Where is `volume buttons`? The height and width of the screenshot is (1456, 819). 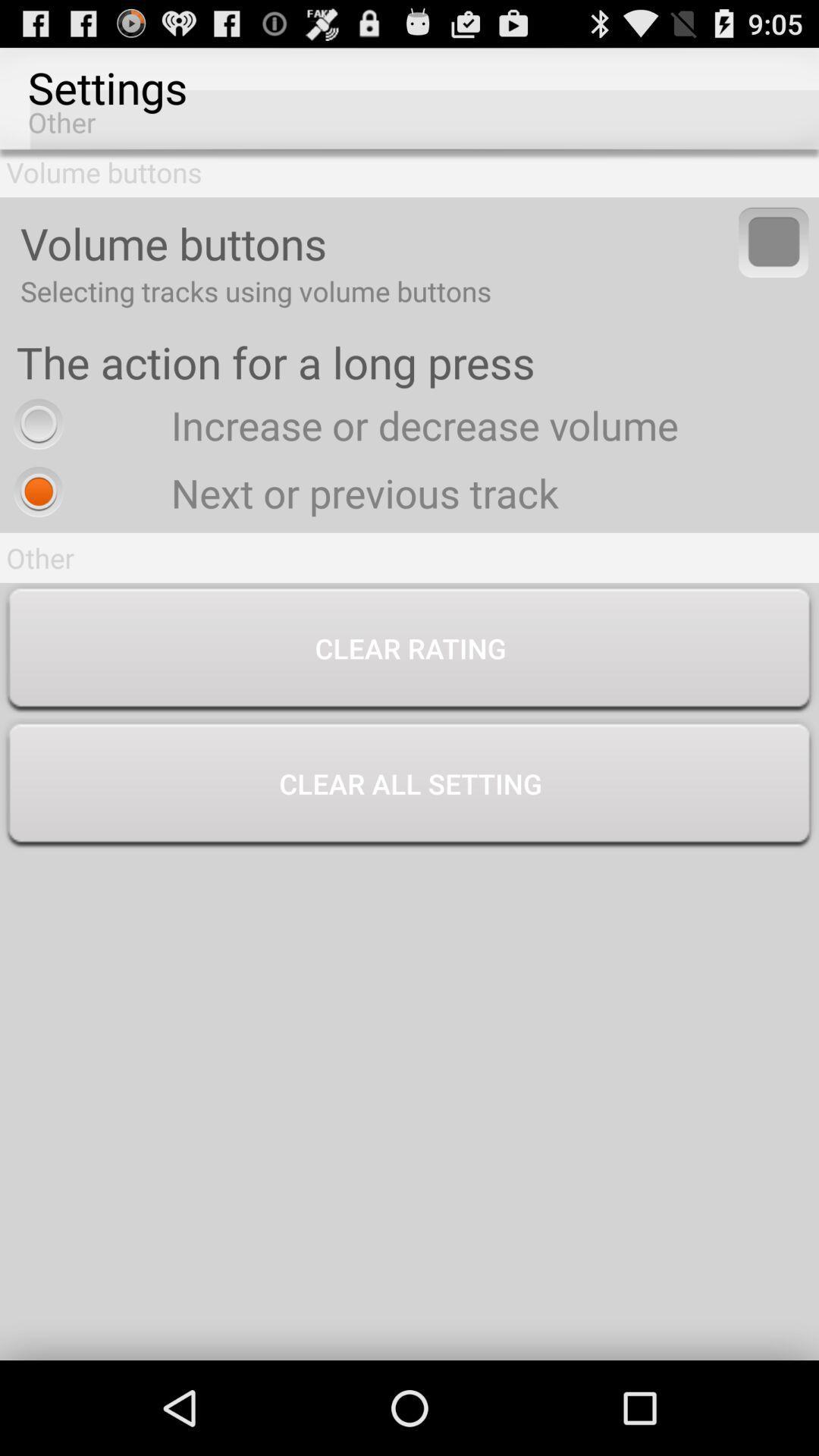 volume buttons is located at coordinates (773, 241).